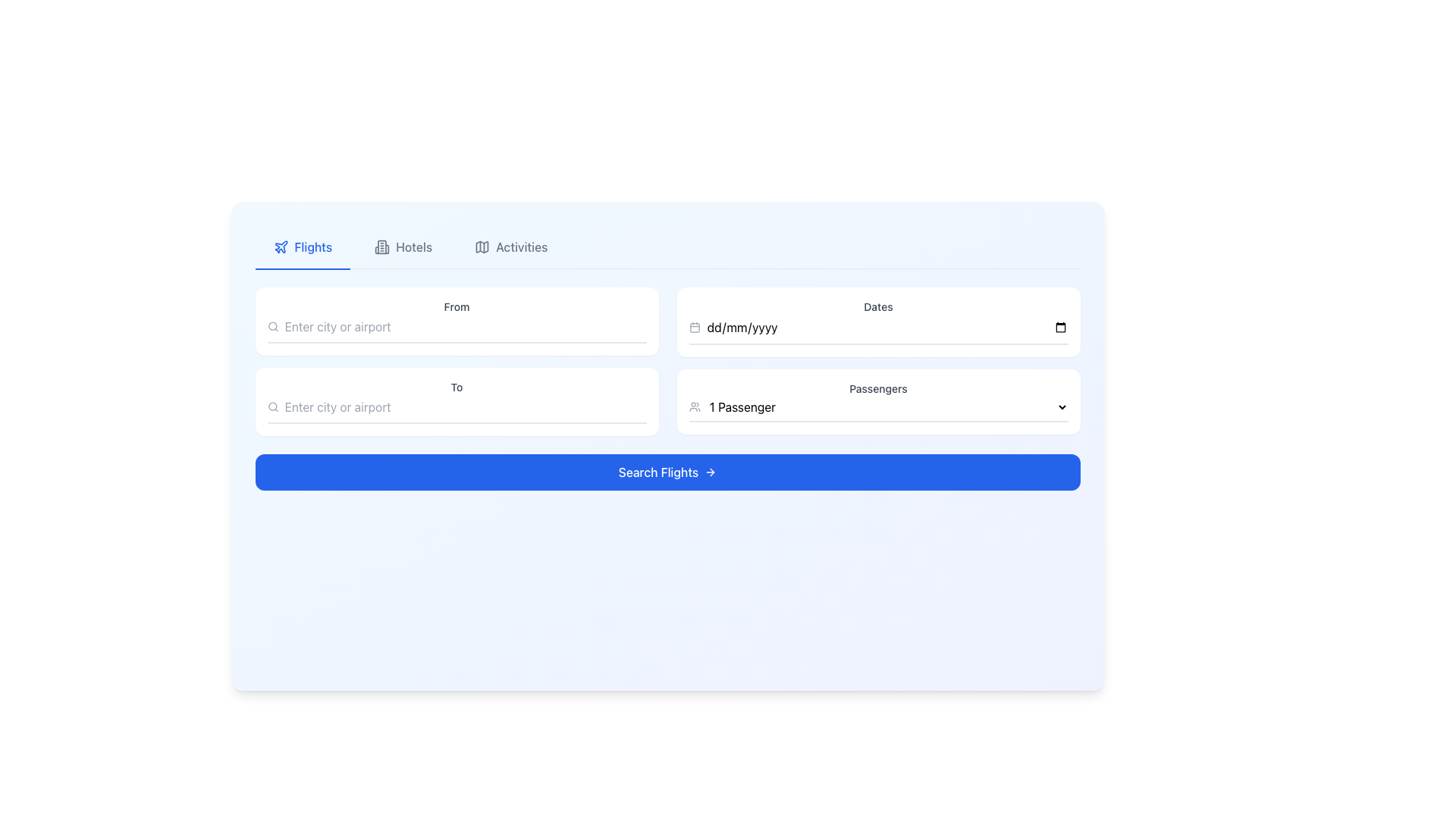  I want to click on the Date selection input field located in the upper right portion of the form layout, which allows the user to input or select a date, so click(878, 330).